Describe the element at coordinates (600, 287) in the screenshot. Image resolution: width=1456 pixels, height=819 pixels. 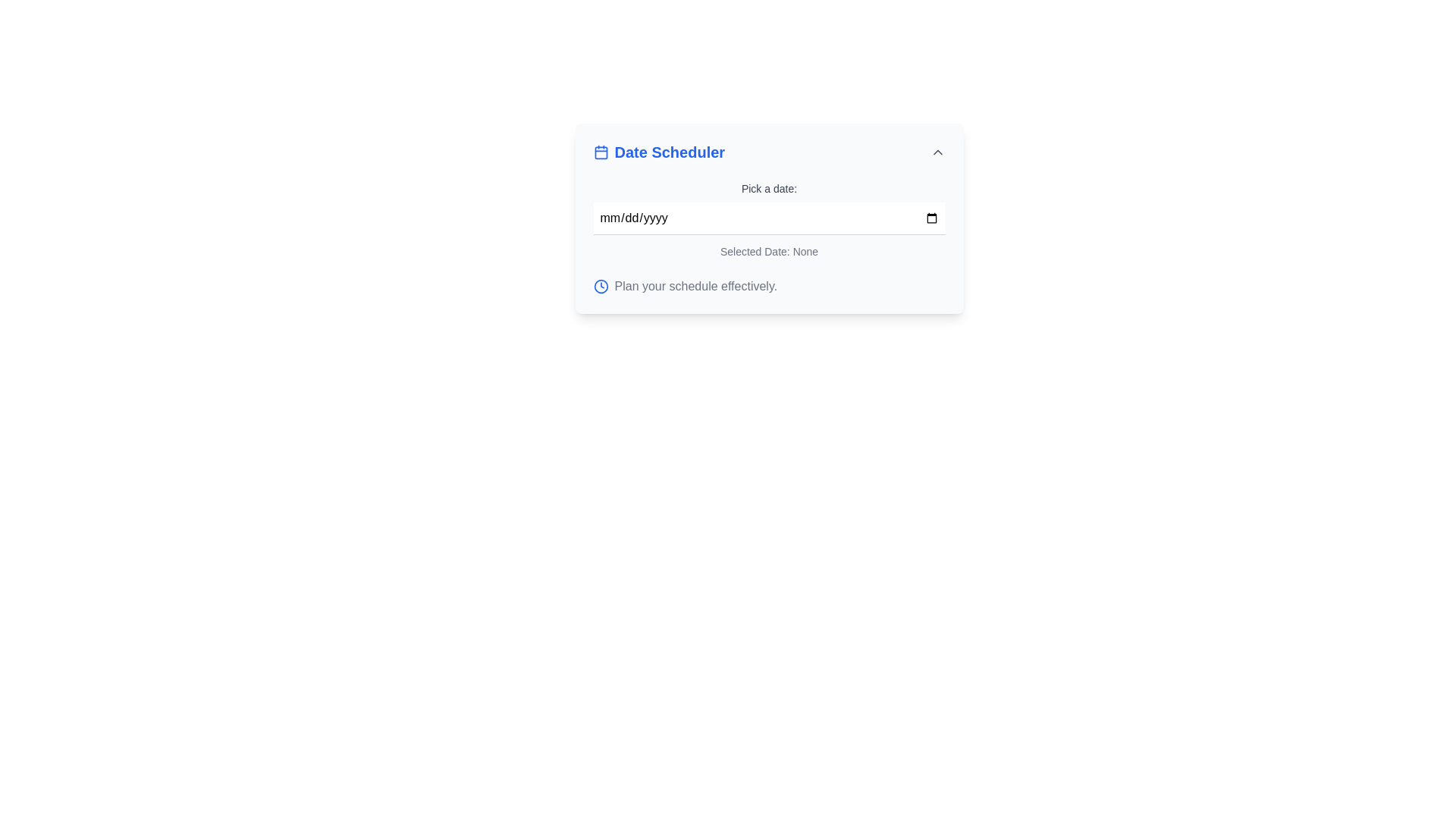
I see `the decorative icon located to the left of the text 'Plan your schedule effectively.' and below the label 'Selected Date: None'` at that location.